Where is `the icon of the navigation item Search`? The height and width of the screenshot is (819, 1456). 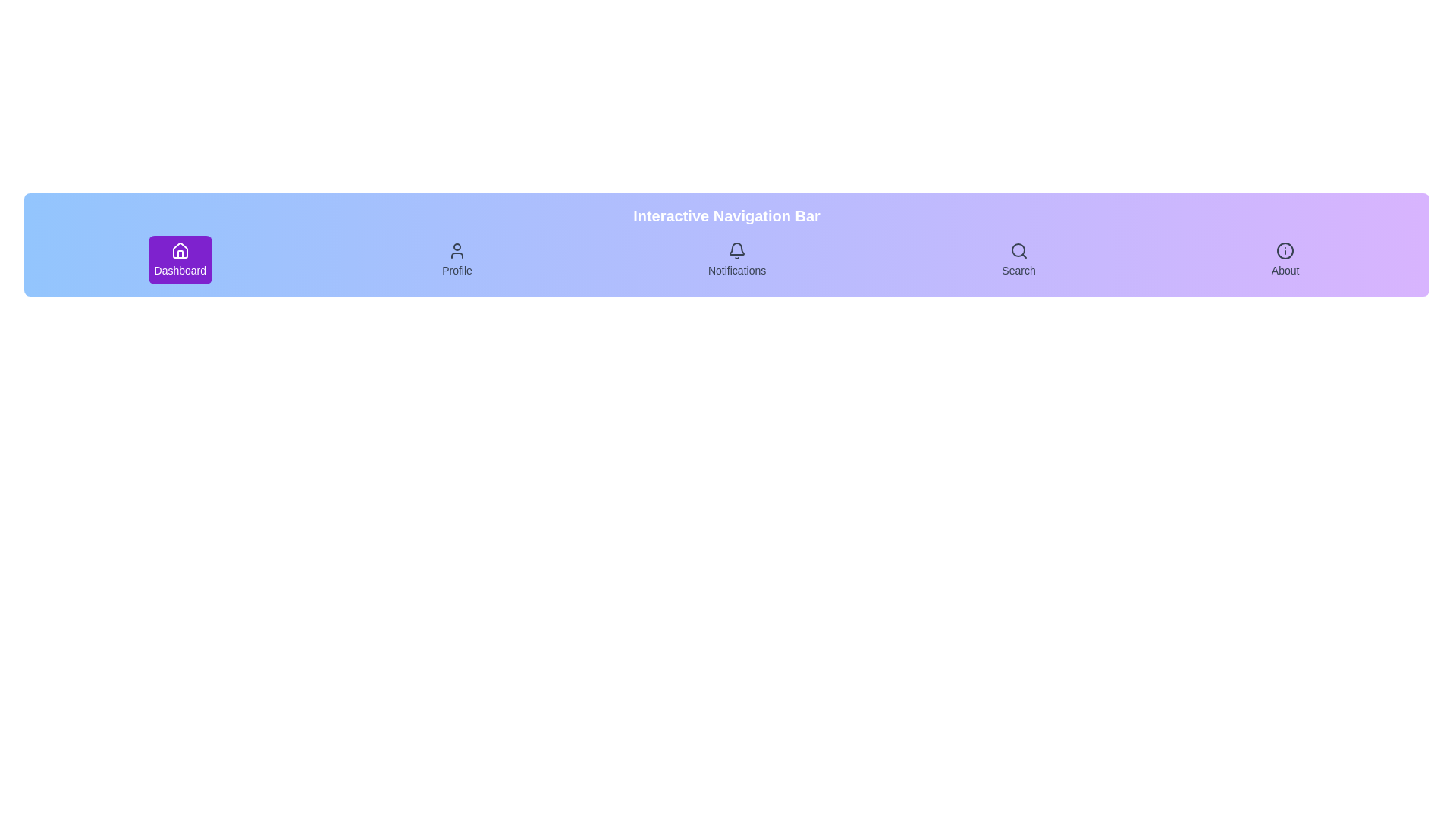 the icon of the navigation item Search is located at coordinates (1018, 250).